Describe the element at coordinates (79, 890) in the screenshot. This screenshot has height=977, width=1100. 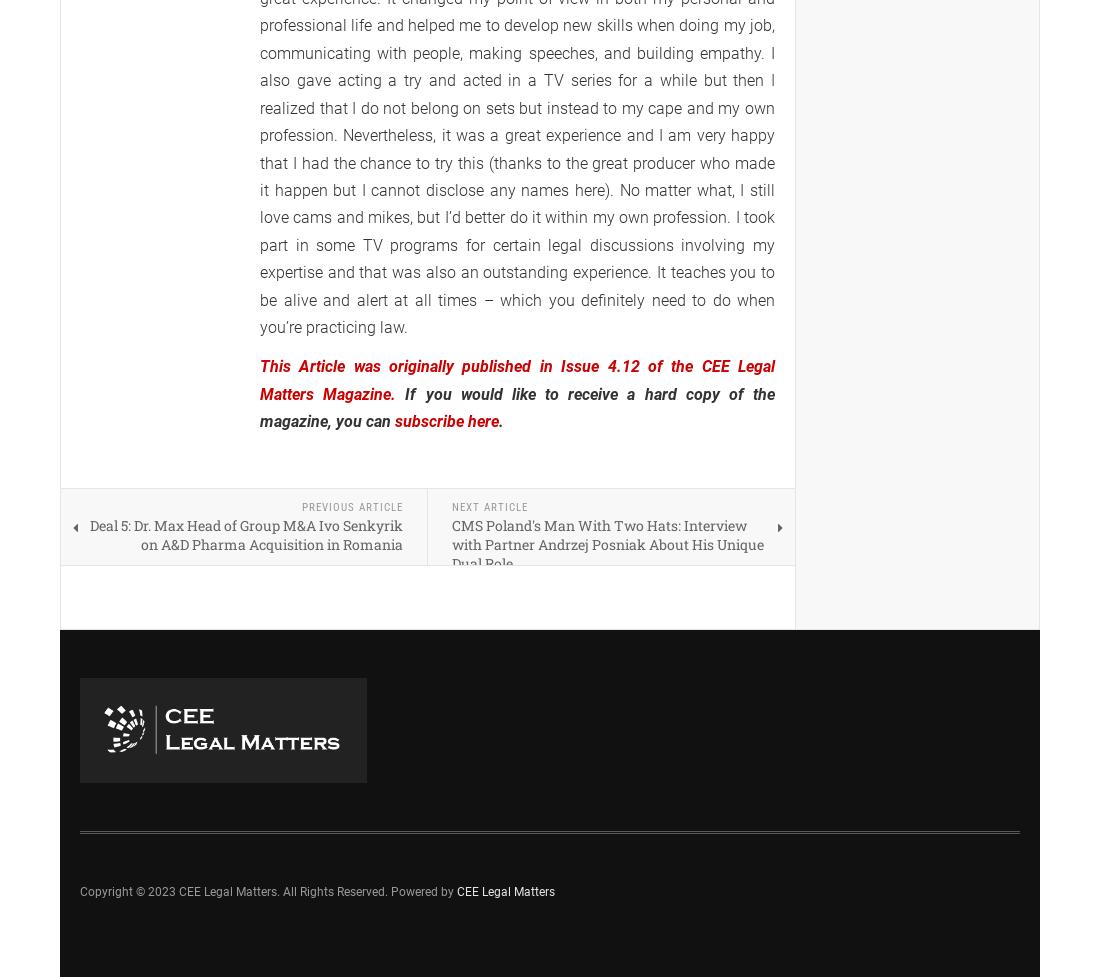
I see `'Copyright © 2023 CEE Legal Matters. All Rights Reserved. Powered by'` at that location.